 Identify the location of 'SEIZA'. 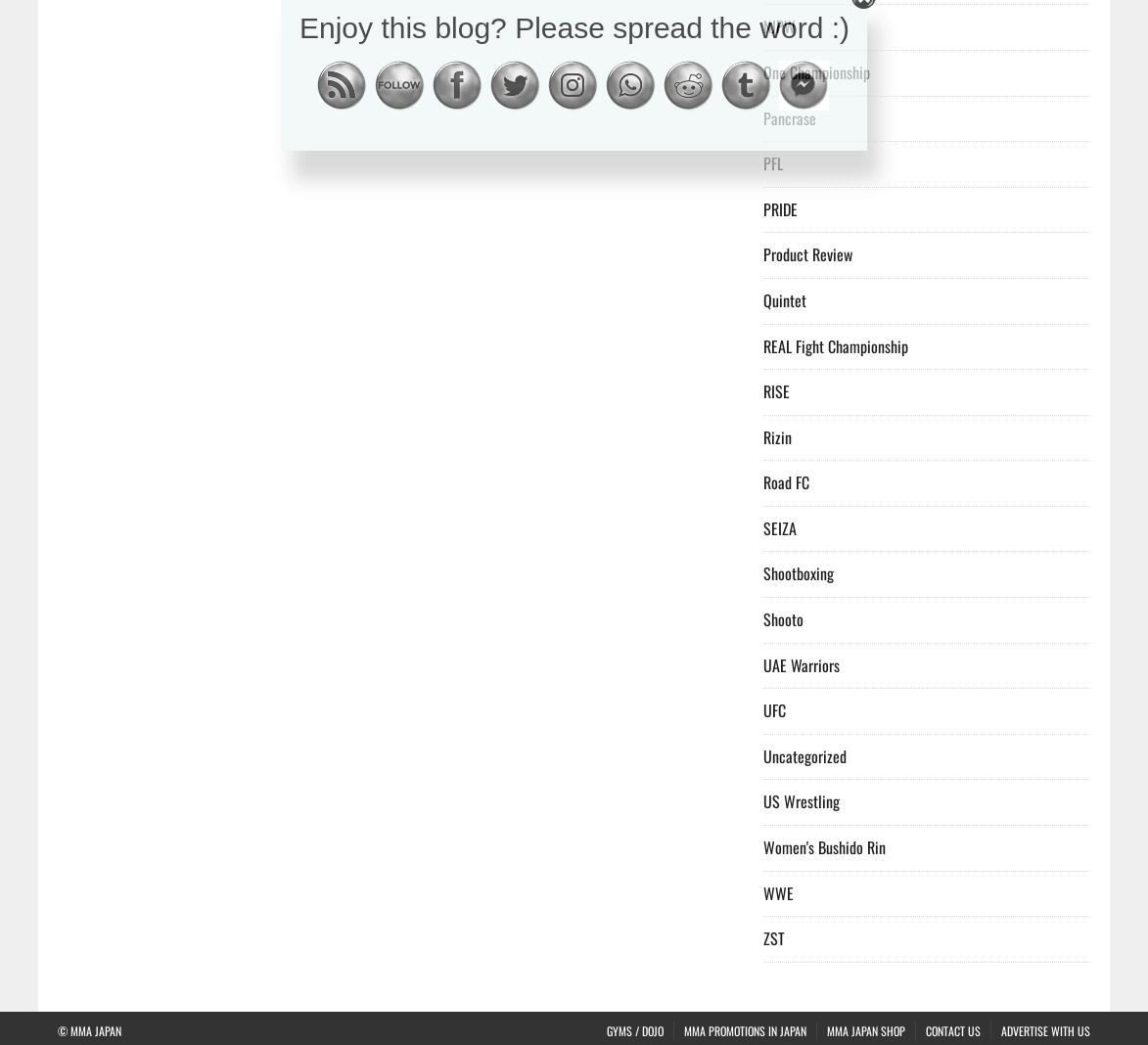
(780, 526).